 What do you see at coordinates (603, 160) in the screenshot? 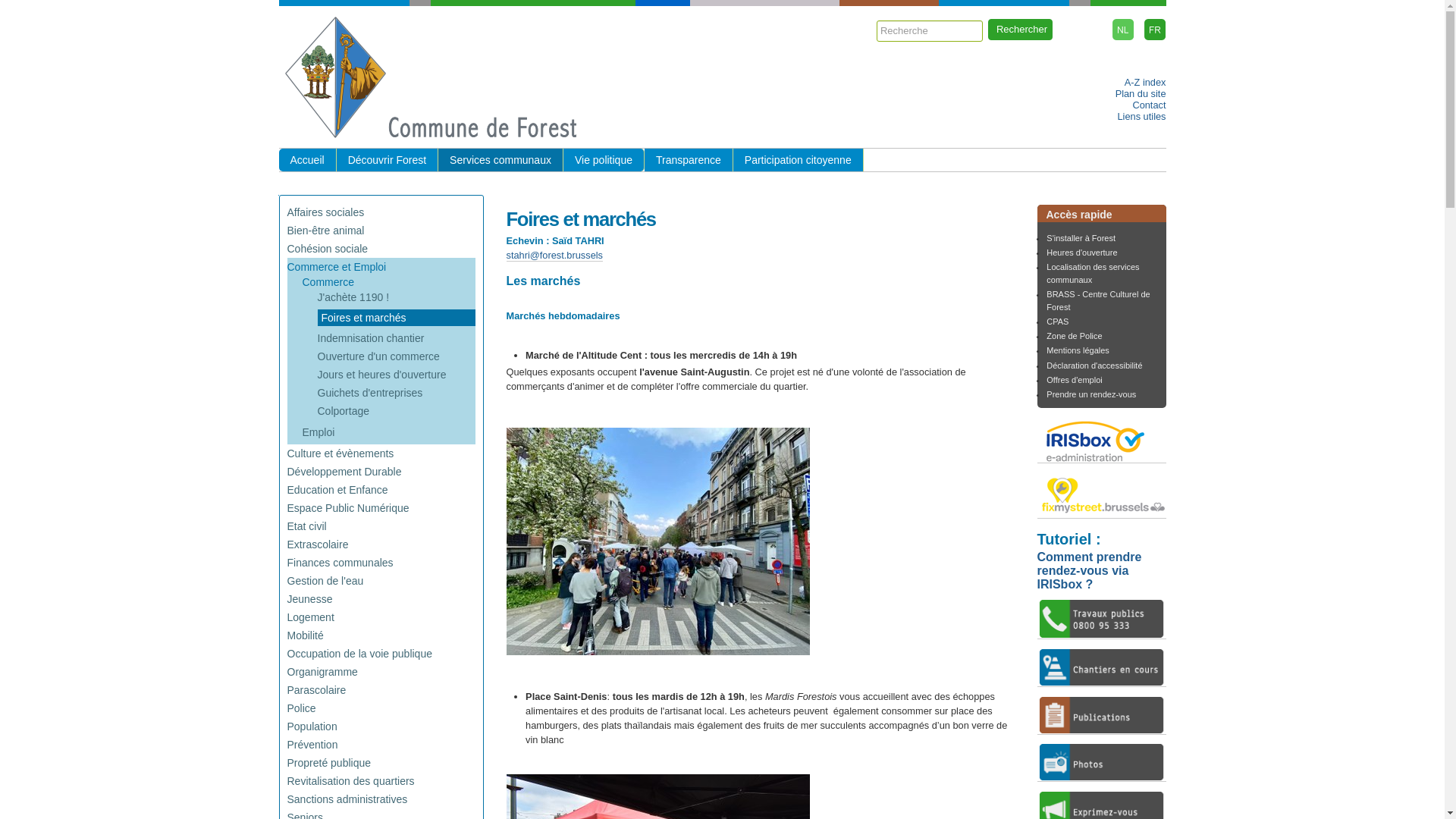
I see `'Vie politique'` at bounding box center [603, 160].